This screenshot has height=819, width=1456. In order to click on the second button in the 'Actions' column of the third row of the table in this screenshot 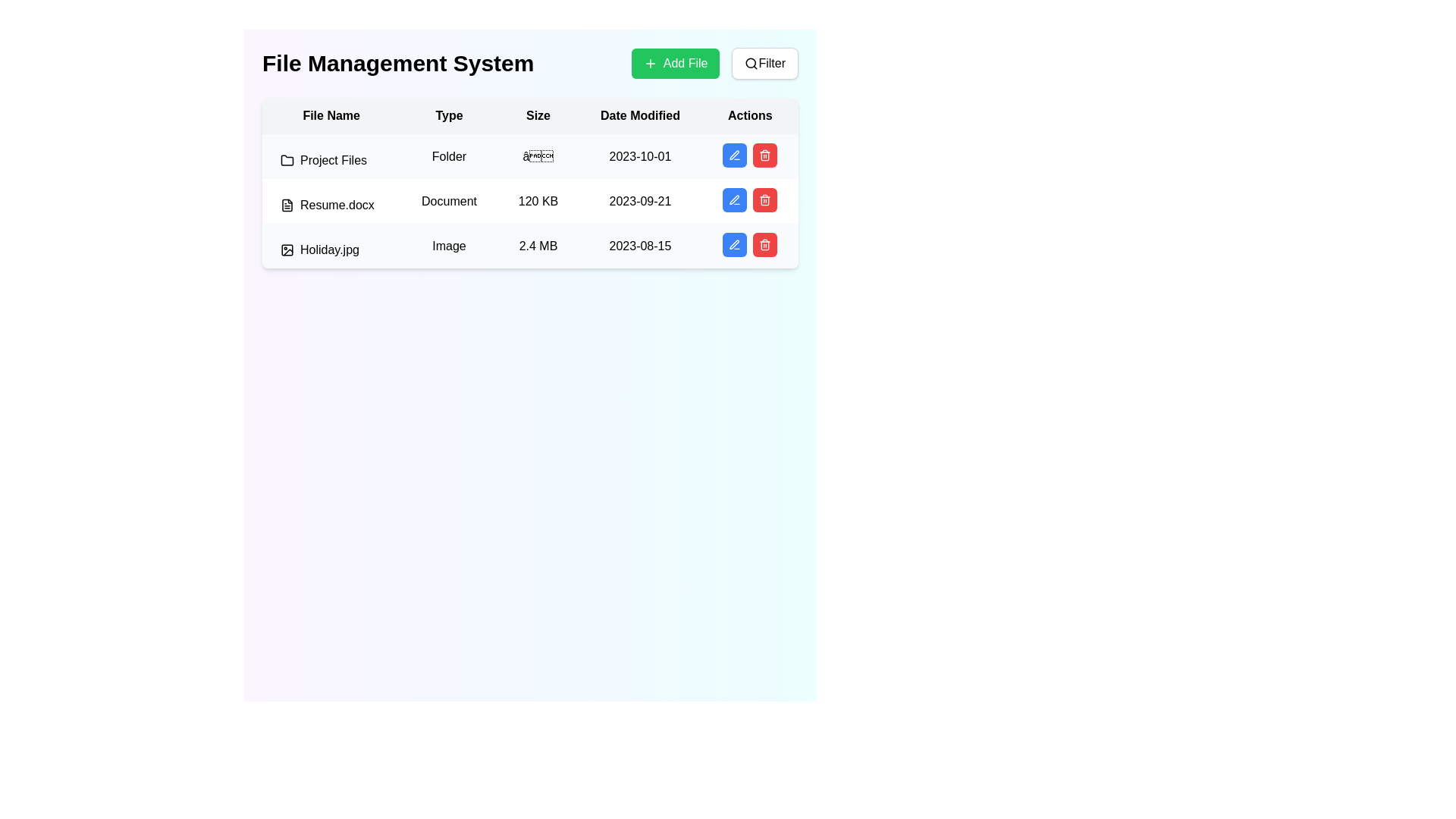, I will do `click(765, 155)`.